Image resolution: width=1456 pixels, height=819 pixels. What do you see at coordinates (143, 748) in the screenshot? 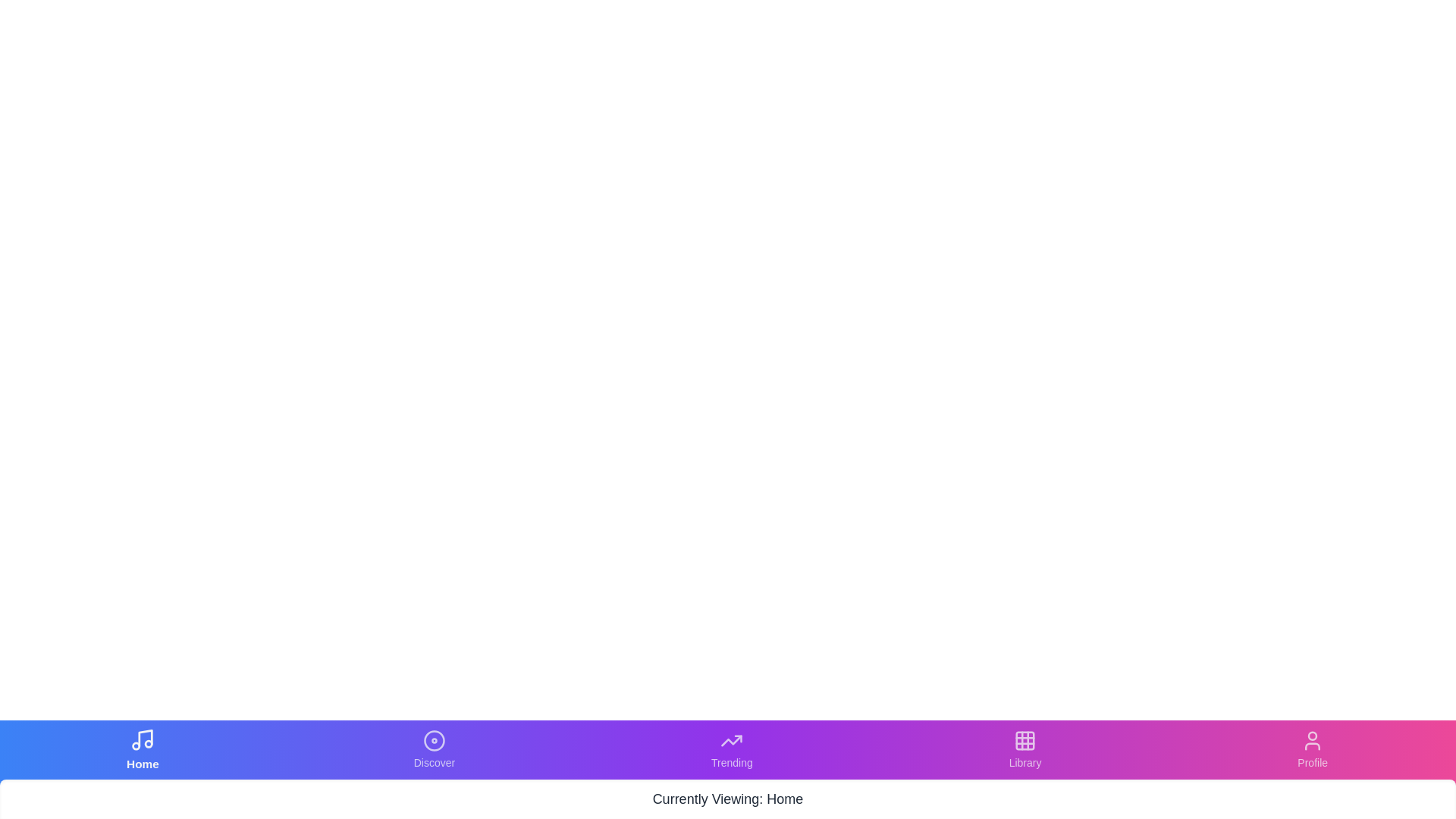
I see `the Home tab to navigate to it` at bounding box center [143, 748].